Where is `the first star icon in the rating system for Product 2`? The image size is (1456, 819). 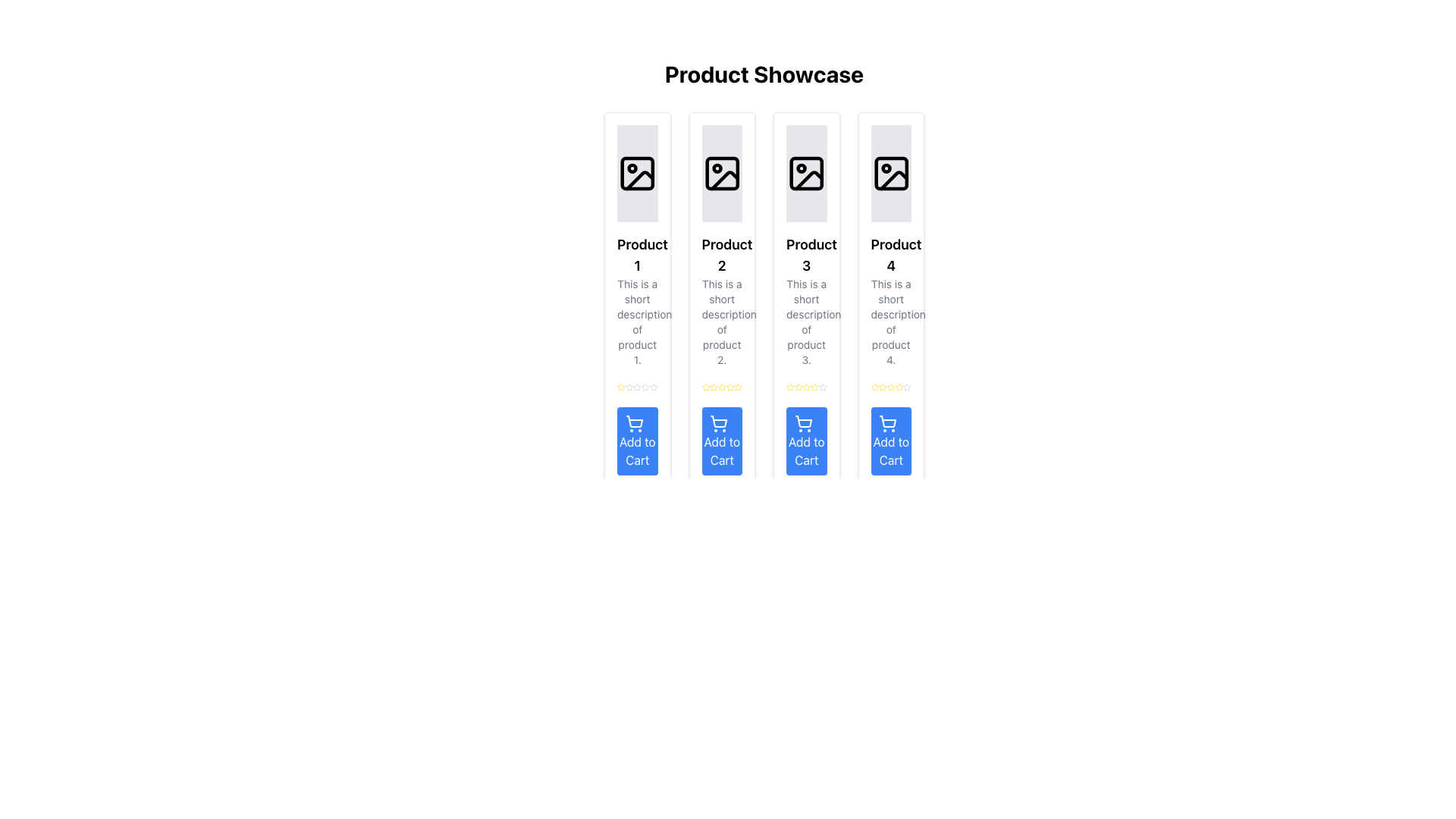 the first star icon in the rating system for Product 2 is located at coordinates (704, 386).